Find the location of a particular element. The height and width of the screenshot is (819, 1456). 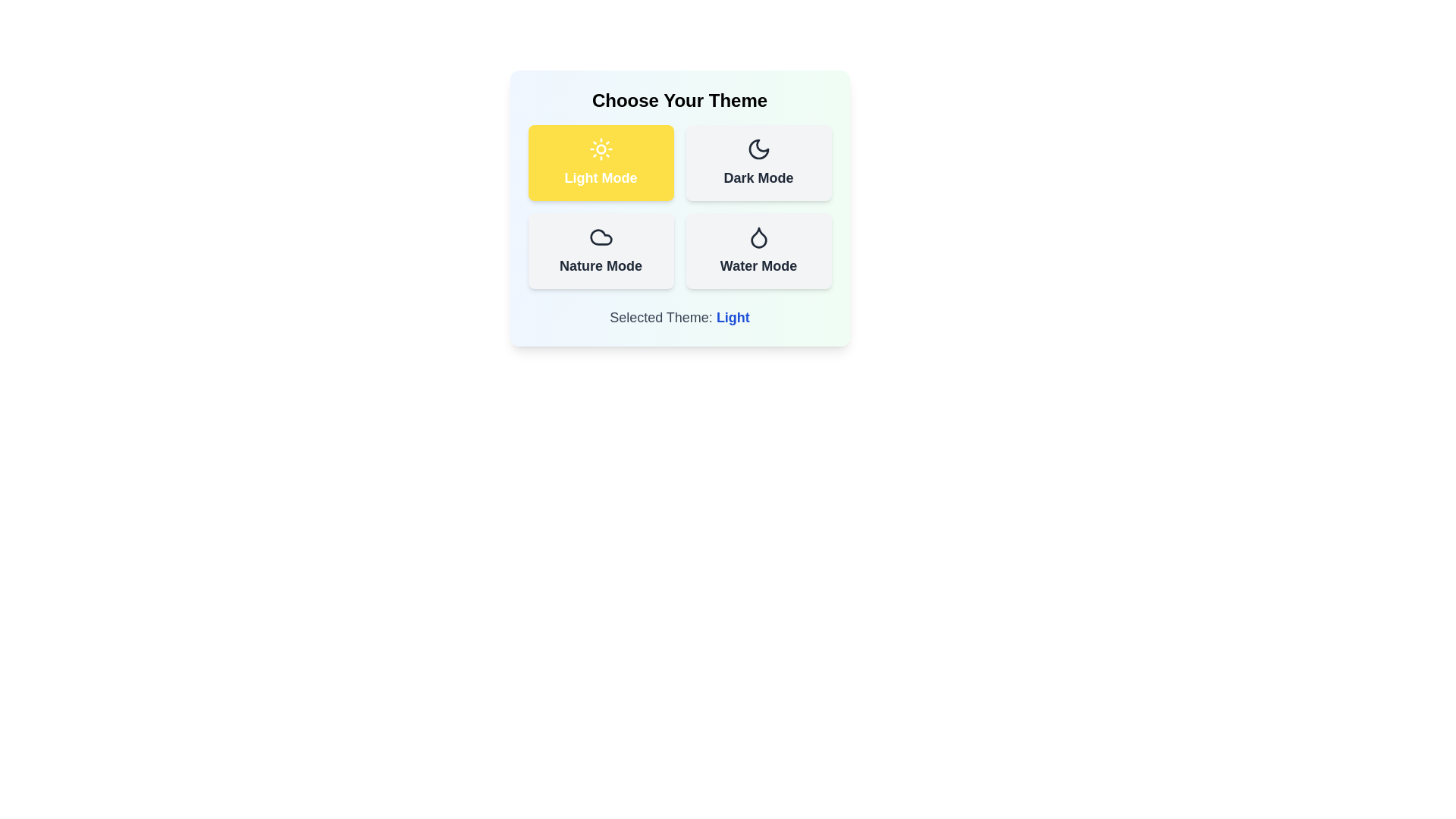

the theme button labeled Nature Mode is located at coordinates (600, 250).